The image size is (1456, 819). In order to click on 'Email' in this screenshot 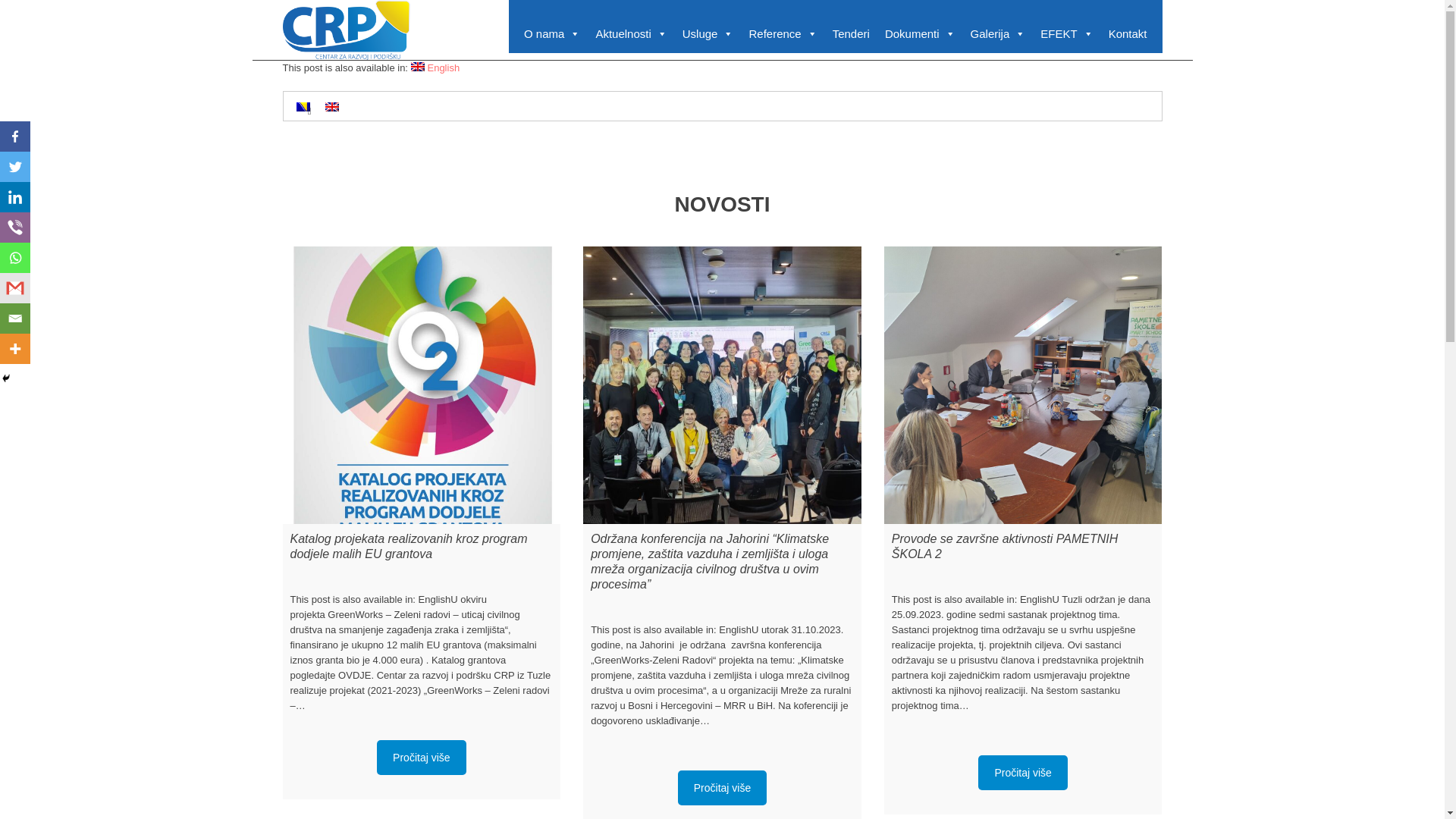, I will do `click(14, 318)`.